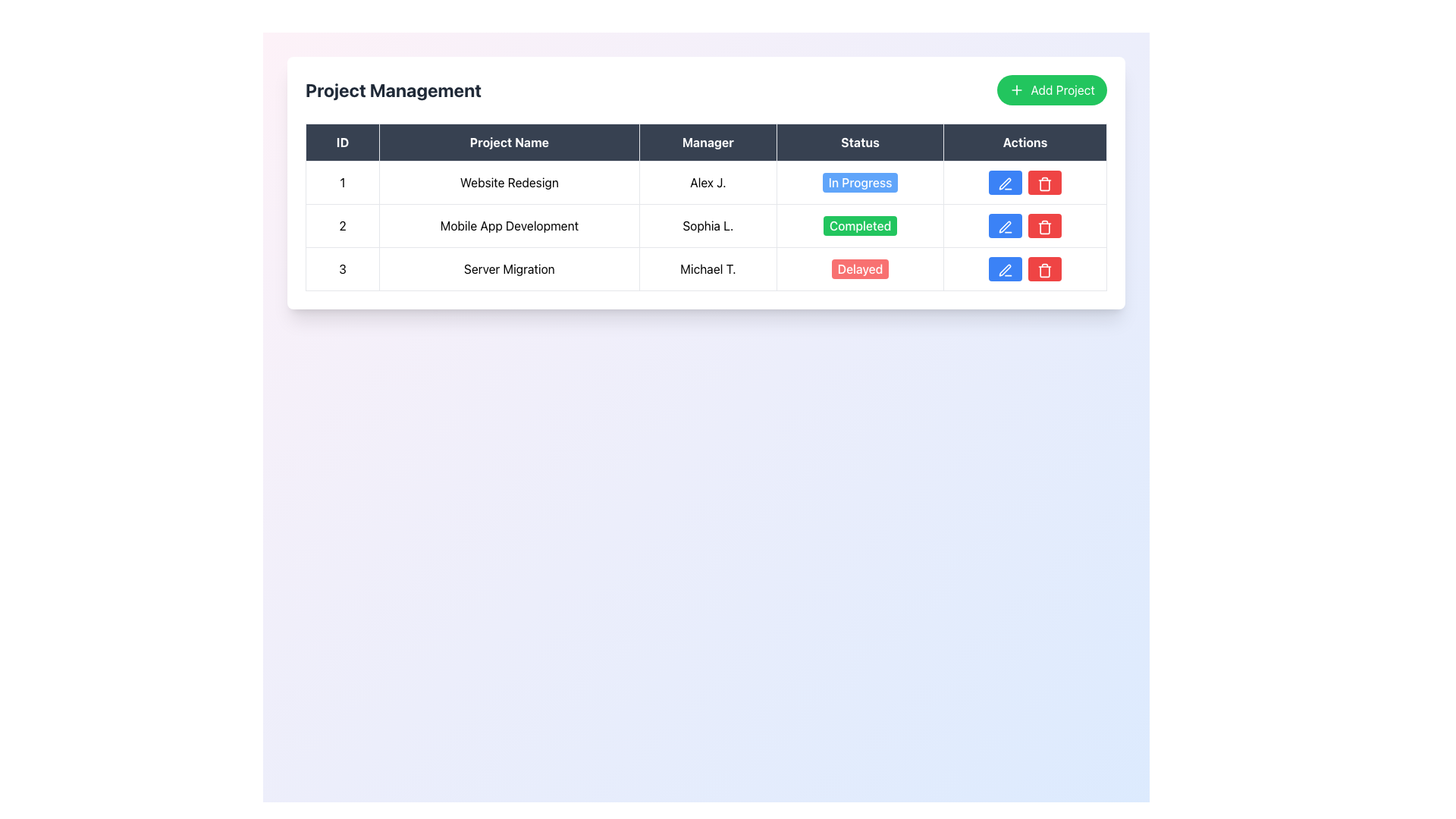 The width and height of the screenshot is (1456, 819). What do you see at coordinates (707, 225) in the screenshot?
I see `the text 'Sophia L.' located in the third column titled 'Manager' within the second row of the table` at bounding box center [707, 225].